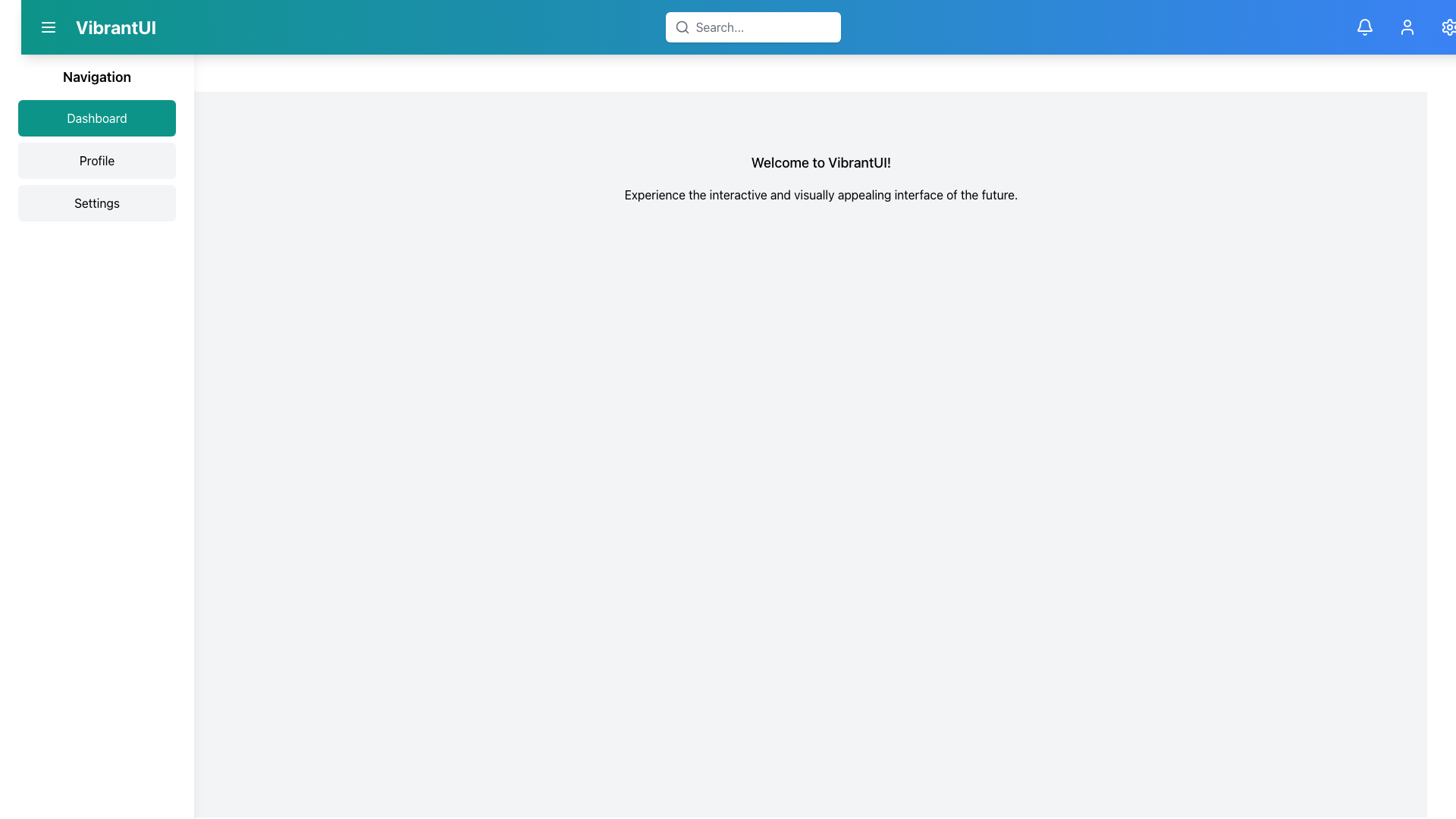 This screenshot has height=819, width=1456. Describe the element at coordinates (1407, 27) in the screenshot. I see `the user-related actions button located` at that location.